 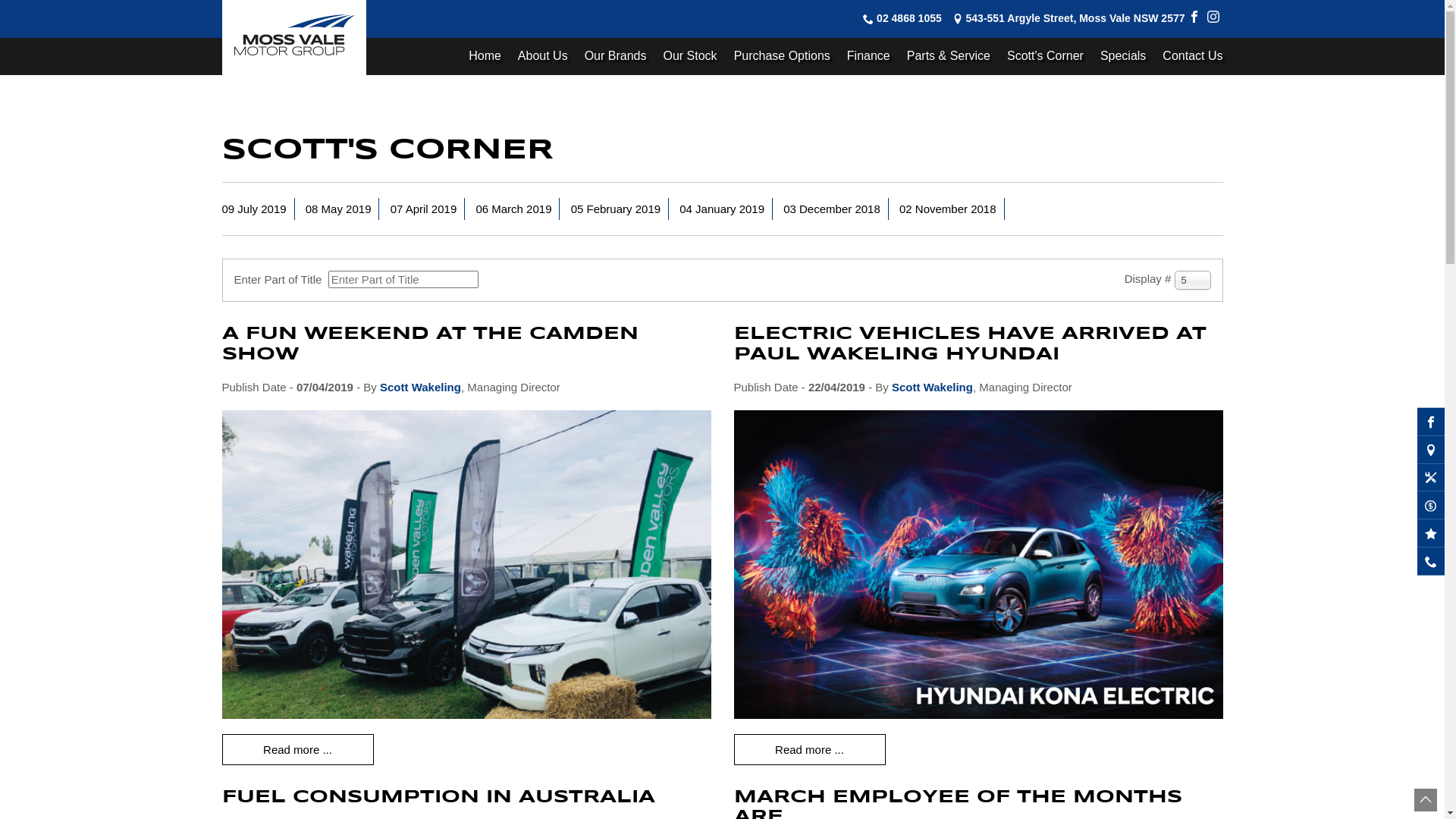 I want to click on 'Home', so click(x=484, y=55).